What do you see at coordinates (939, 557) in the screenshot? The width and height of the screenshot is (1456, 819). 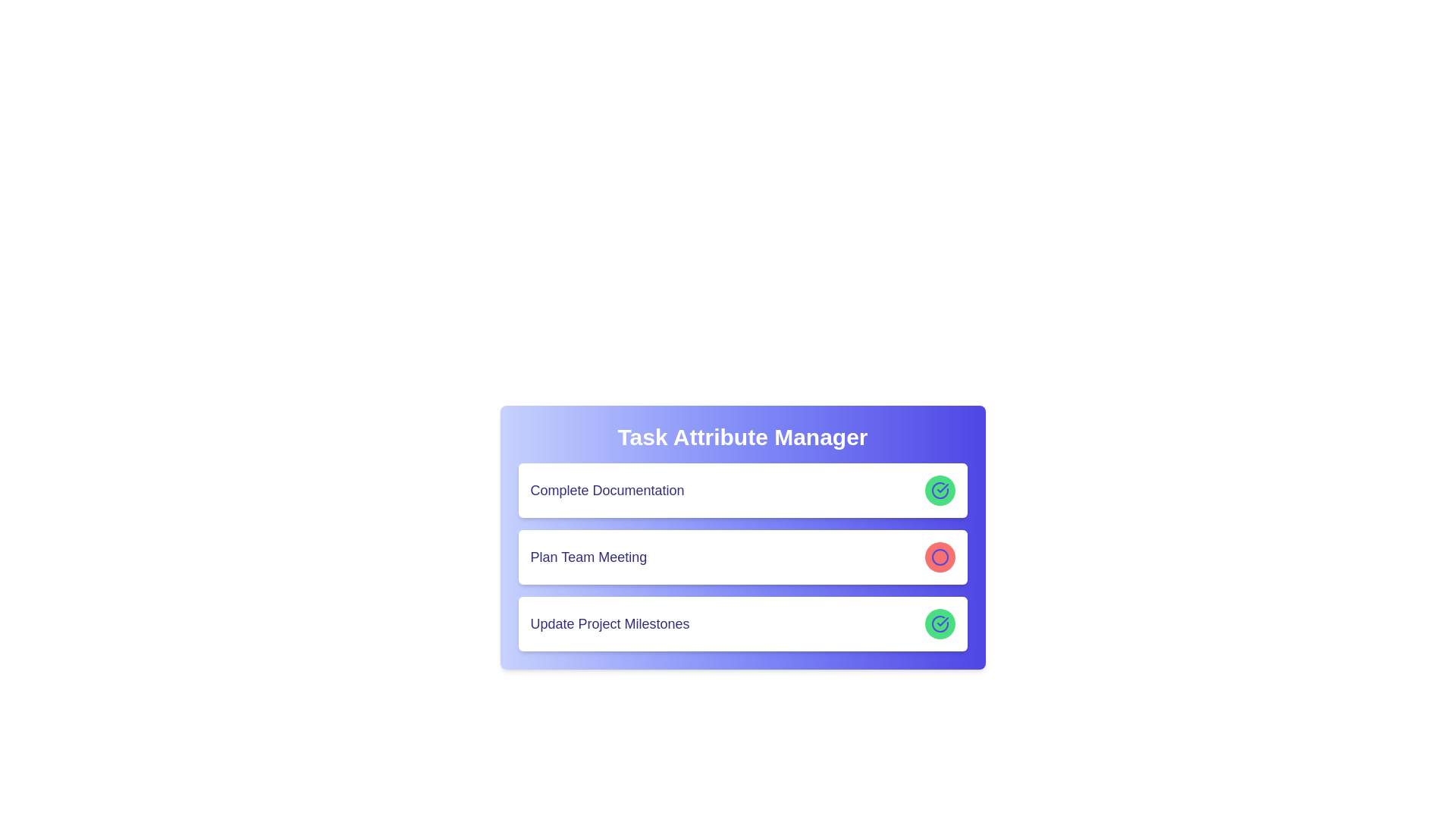 I see `the button located in the rightmost third of the card labeled 'Plan Team Meeting'` at bounding box center [939, 557].